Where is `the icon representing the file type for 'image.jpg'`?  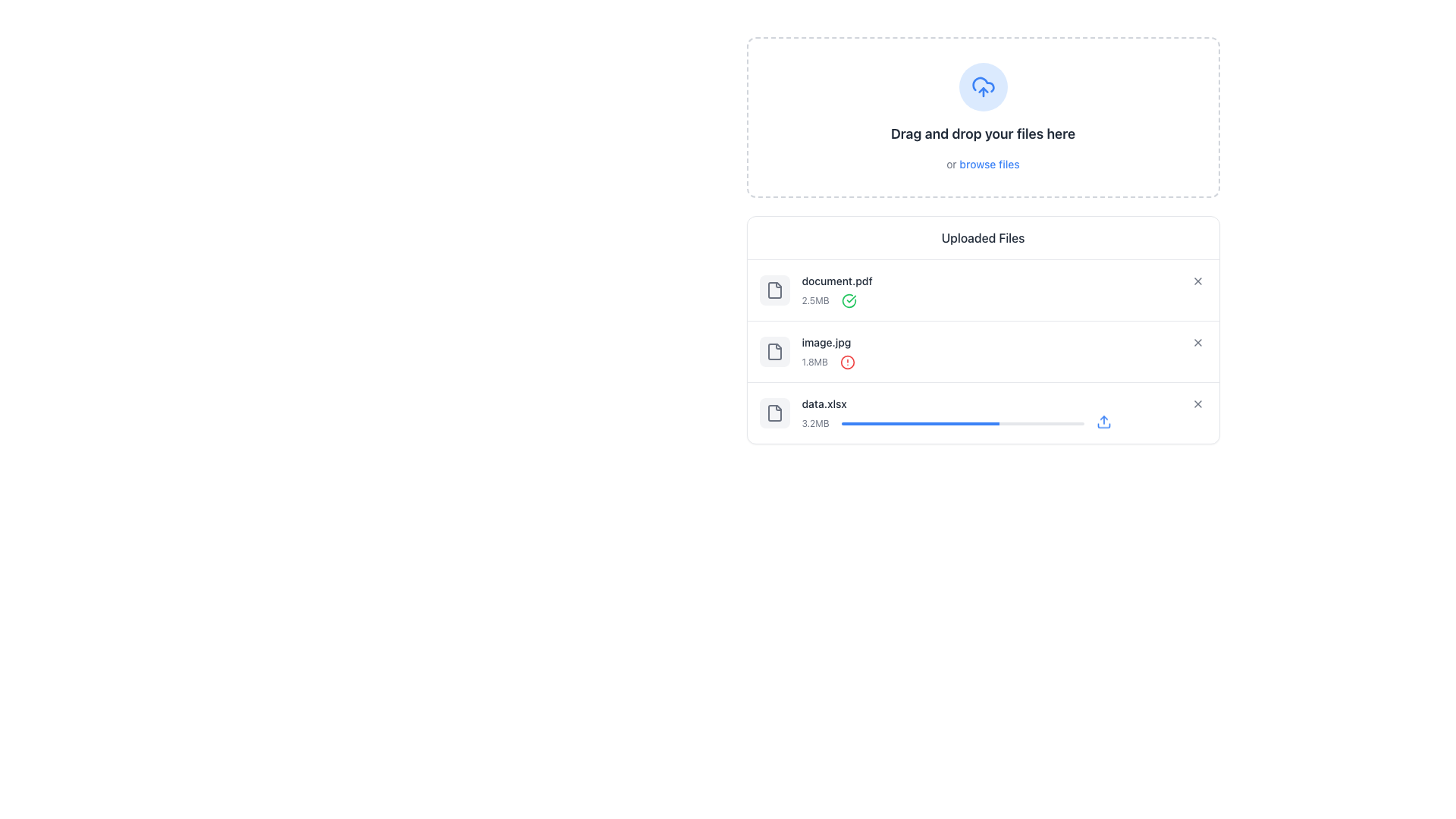
the icon representing the file type for 'image.jpg' is located at coordinates (774, 351).